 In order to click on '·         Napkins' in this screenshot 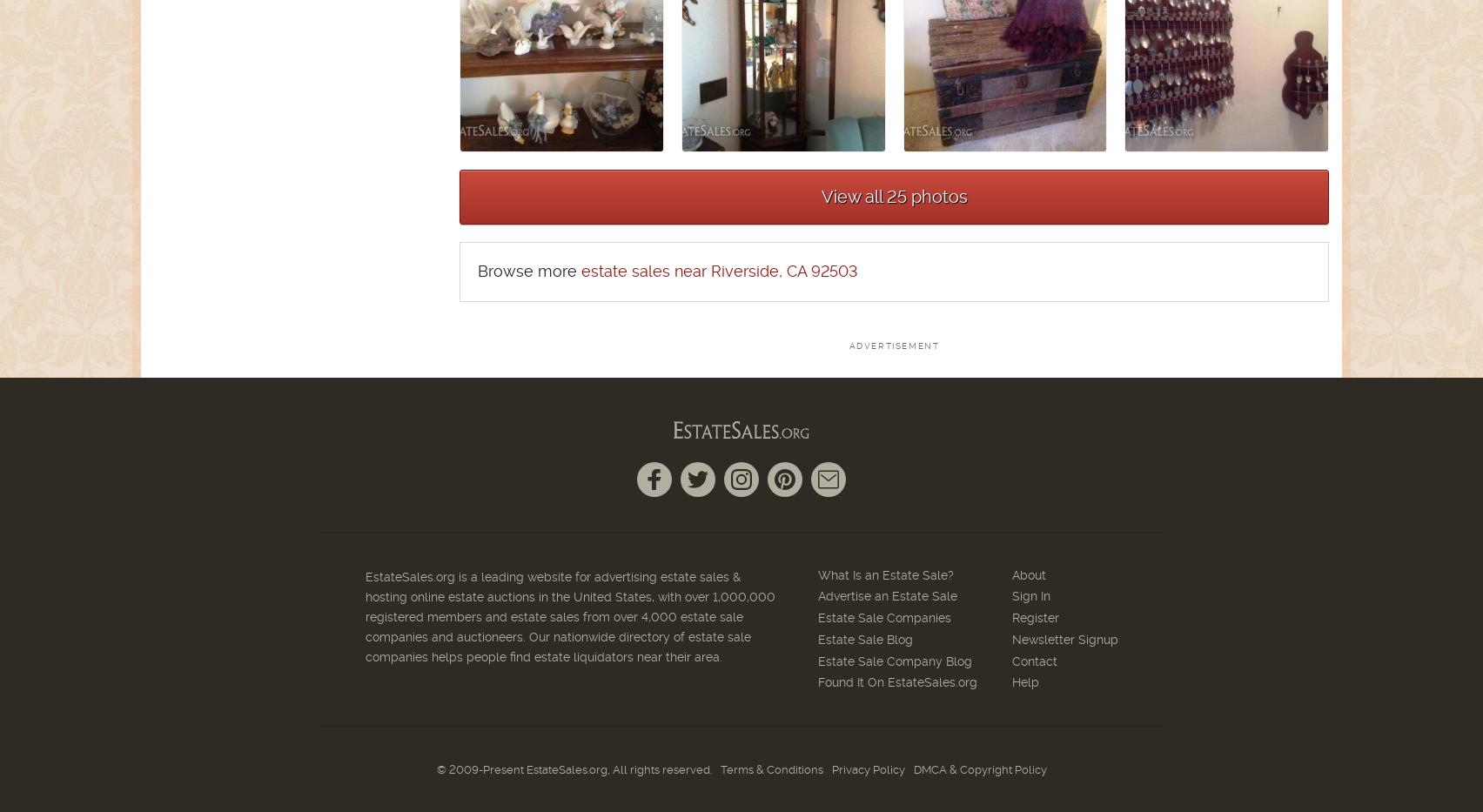, I will do `click(168, 214)`.